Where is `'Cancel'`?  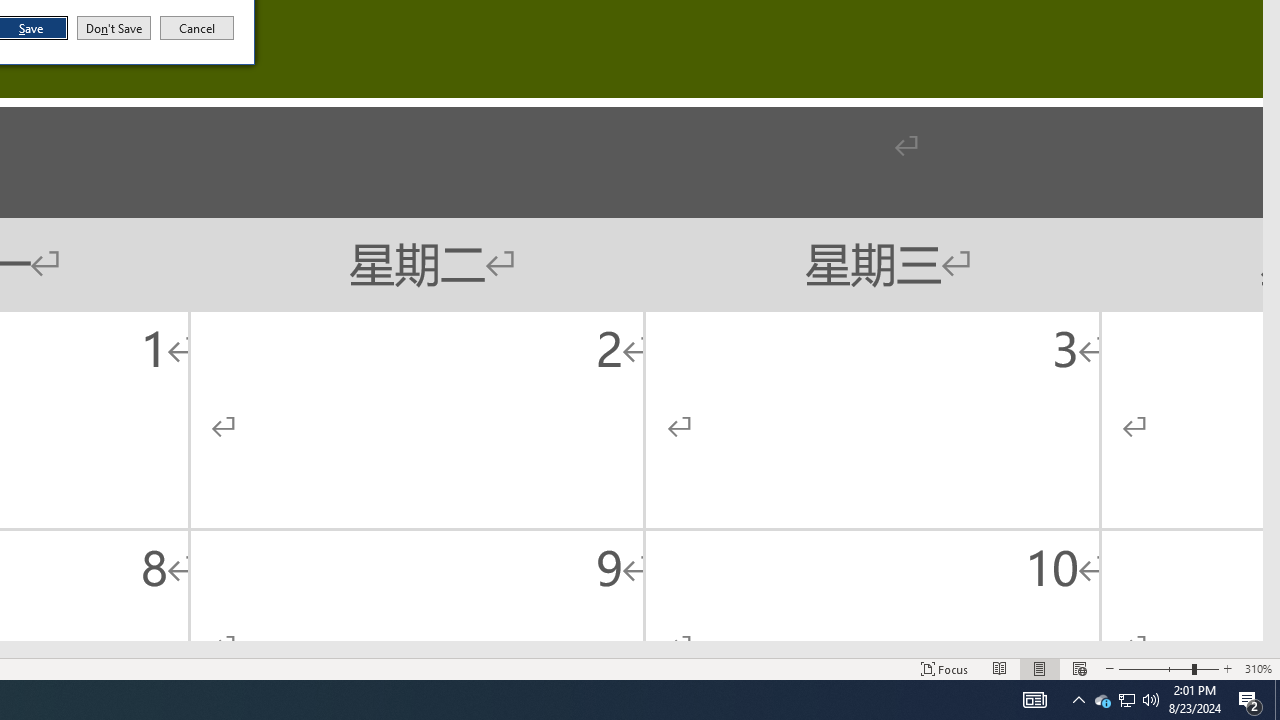
'Cancel' is located at coordinates (197, 28).